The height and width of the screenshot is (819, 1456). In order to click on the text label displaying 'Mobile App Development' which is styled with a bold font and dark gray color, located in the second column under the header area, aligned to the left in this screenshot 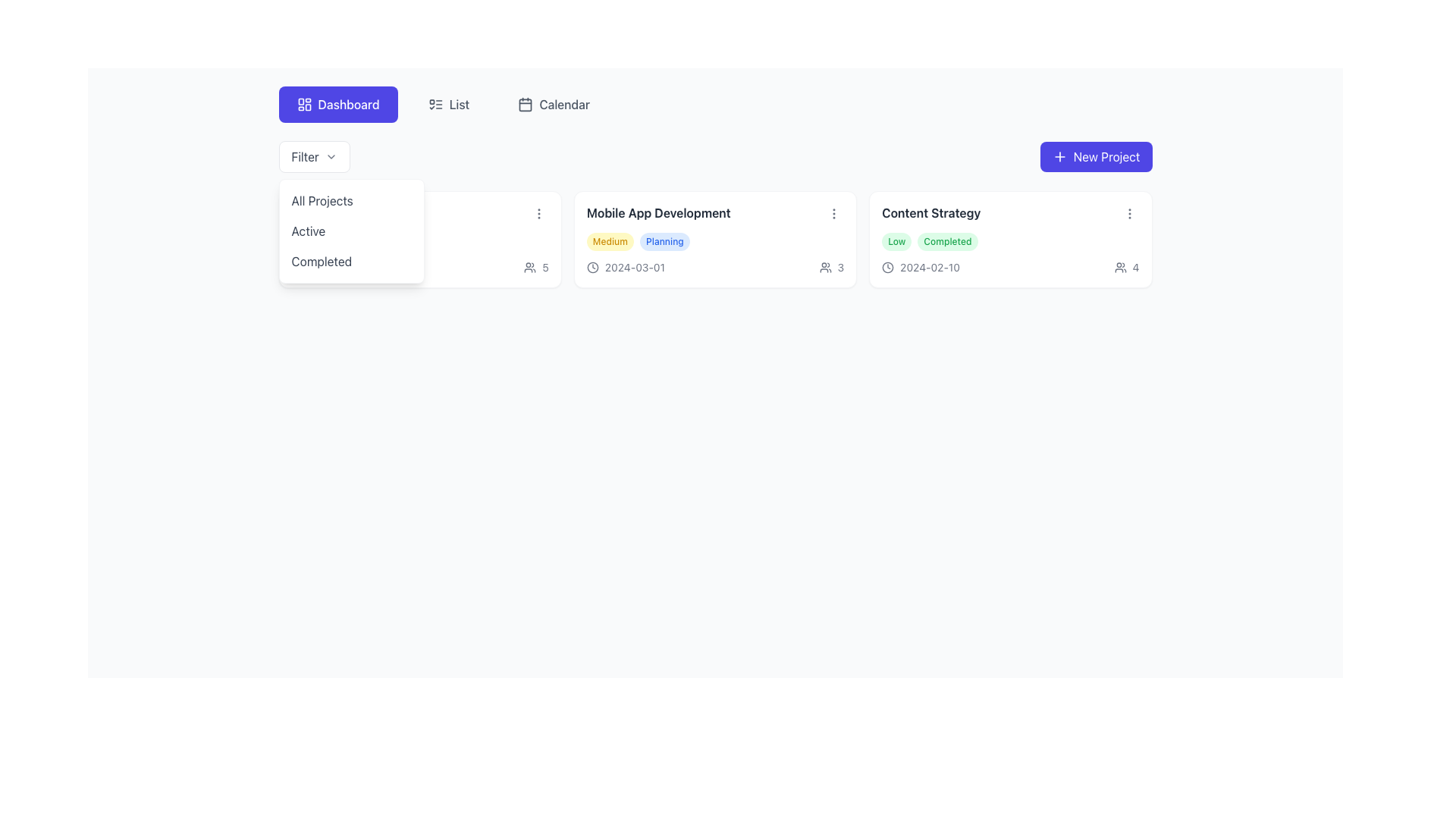, I will do `click(658, 213)`.